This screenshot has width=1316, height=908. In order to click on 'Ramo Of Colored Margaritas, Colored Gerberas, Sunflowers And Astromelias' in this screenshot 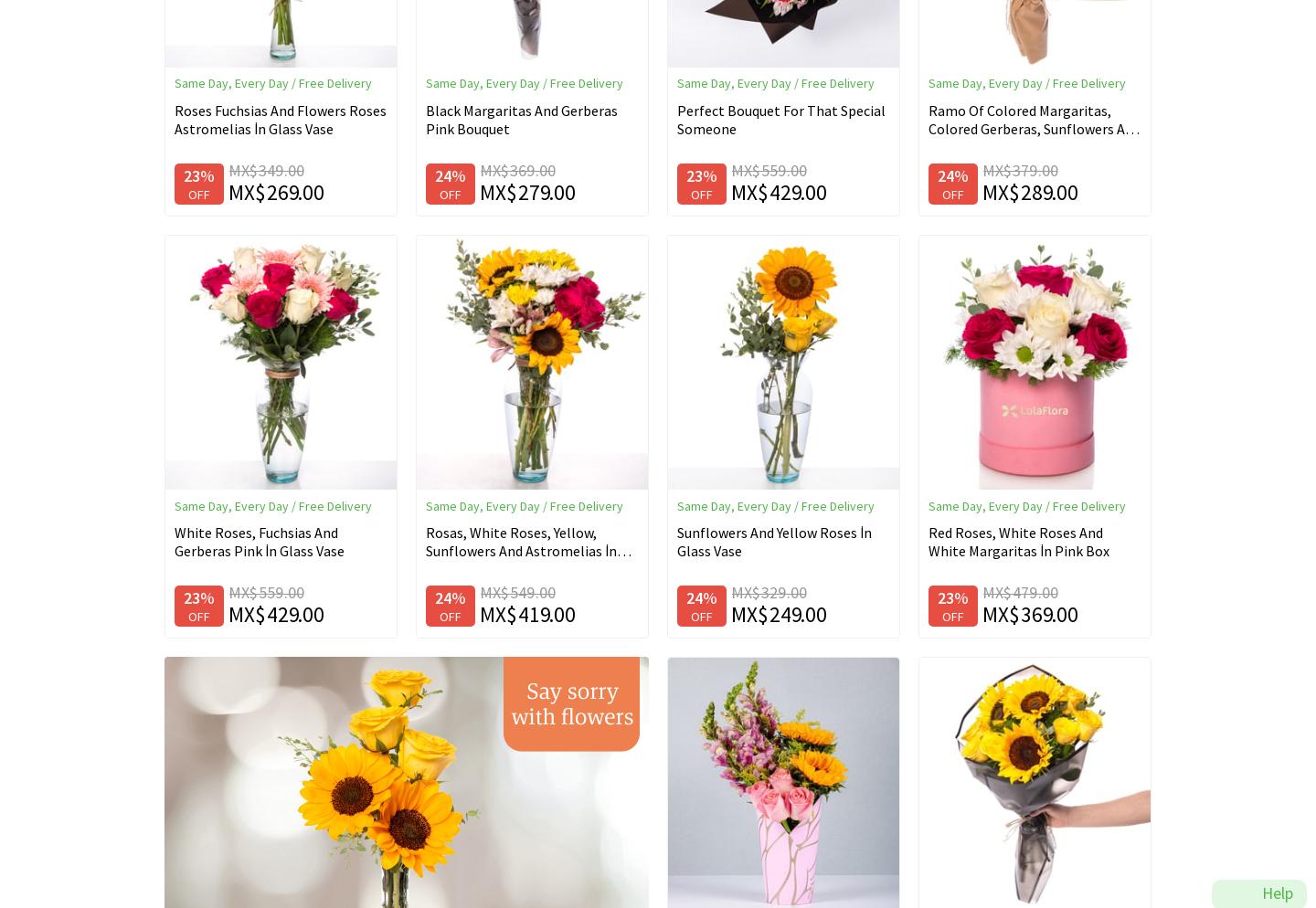, I will do `click(1033, 128)`.